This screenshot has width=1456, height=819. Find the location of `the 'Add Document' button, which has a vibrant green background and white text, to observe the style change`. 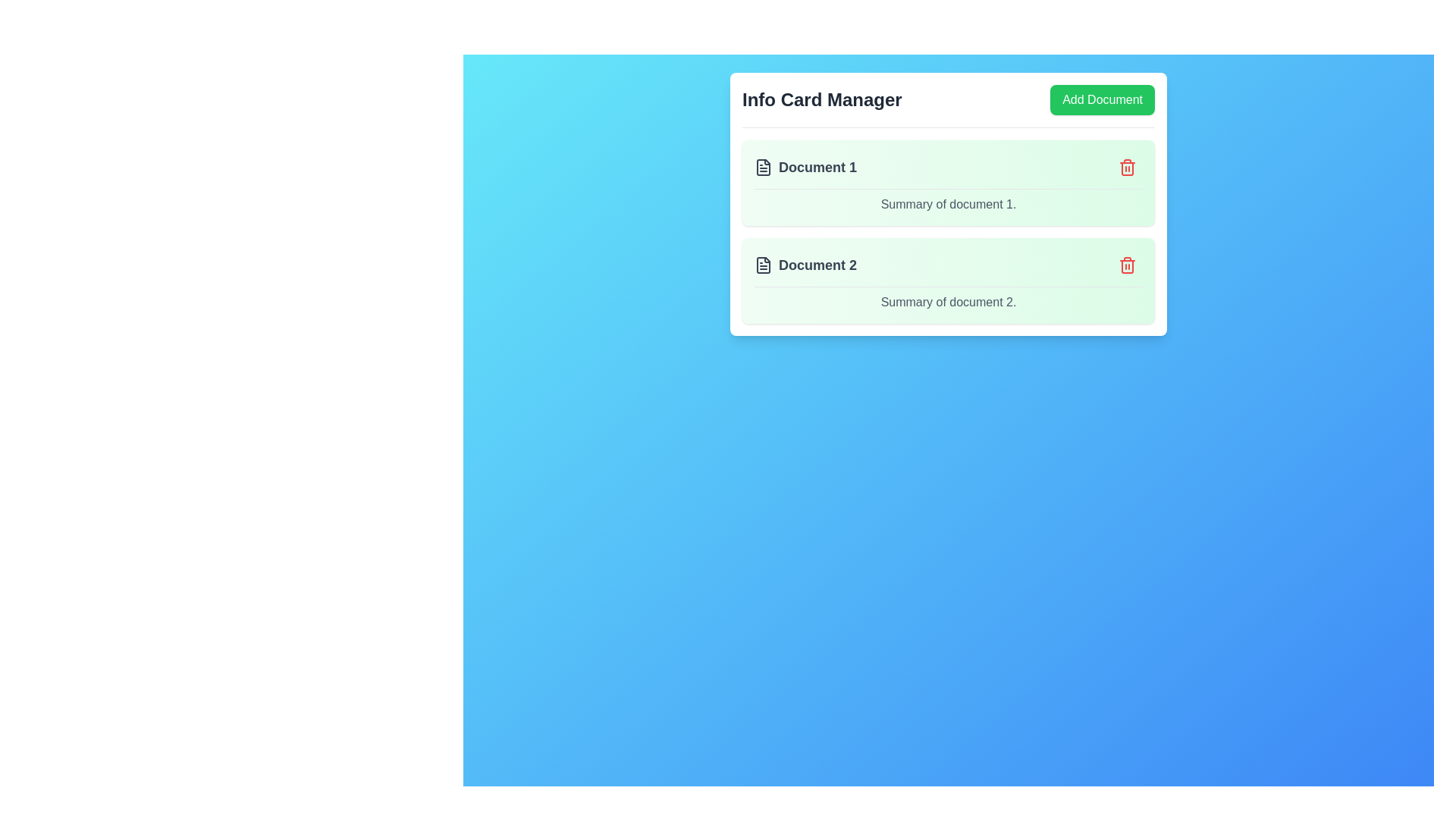

the 'Add Document' button, which has a vibrant green background and white text, to observe the style change is located at coordinates (1103, 99).